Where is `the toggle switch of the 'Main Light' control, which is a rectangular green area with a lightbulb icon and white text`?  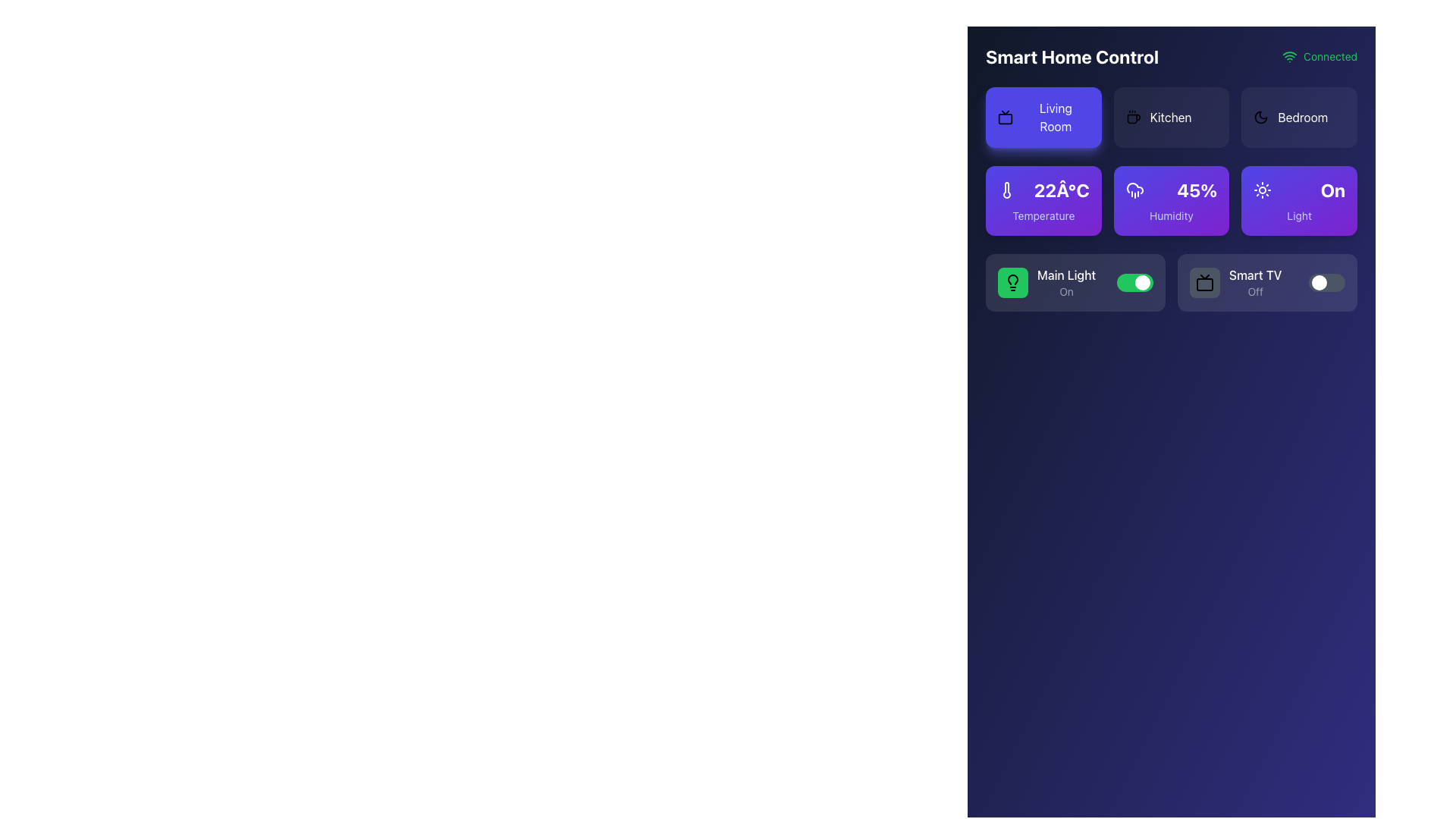
the toggle switch of the 'Main Light' control, which is a rectangular green area with a lightbulb icon and white text is located at coordinates (1075, 283).